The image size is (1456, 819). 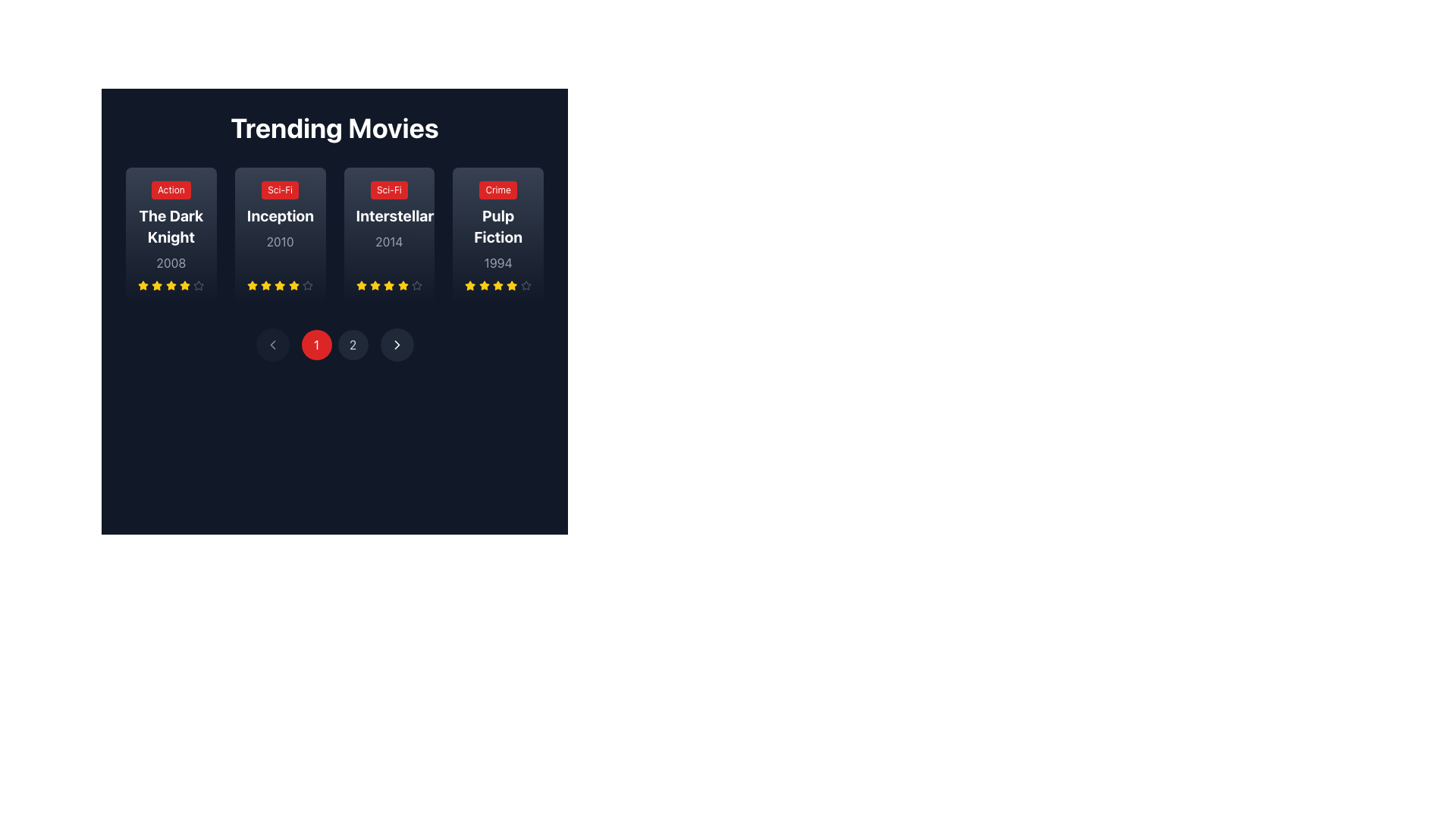 I want to click on text 'Action' from the rectangular button-like component with rounded corners, displayed in white against a red background, located at the top-left corner of the card for the movie 'The Dark Knight', so click(x=171, y=189).